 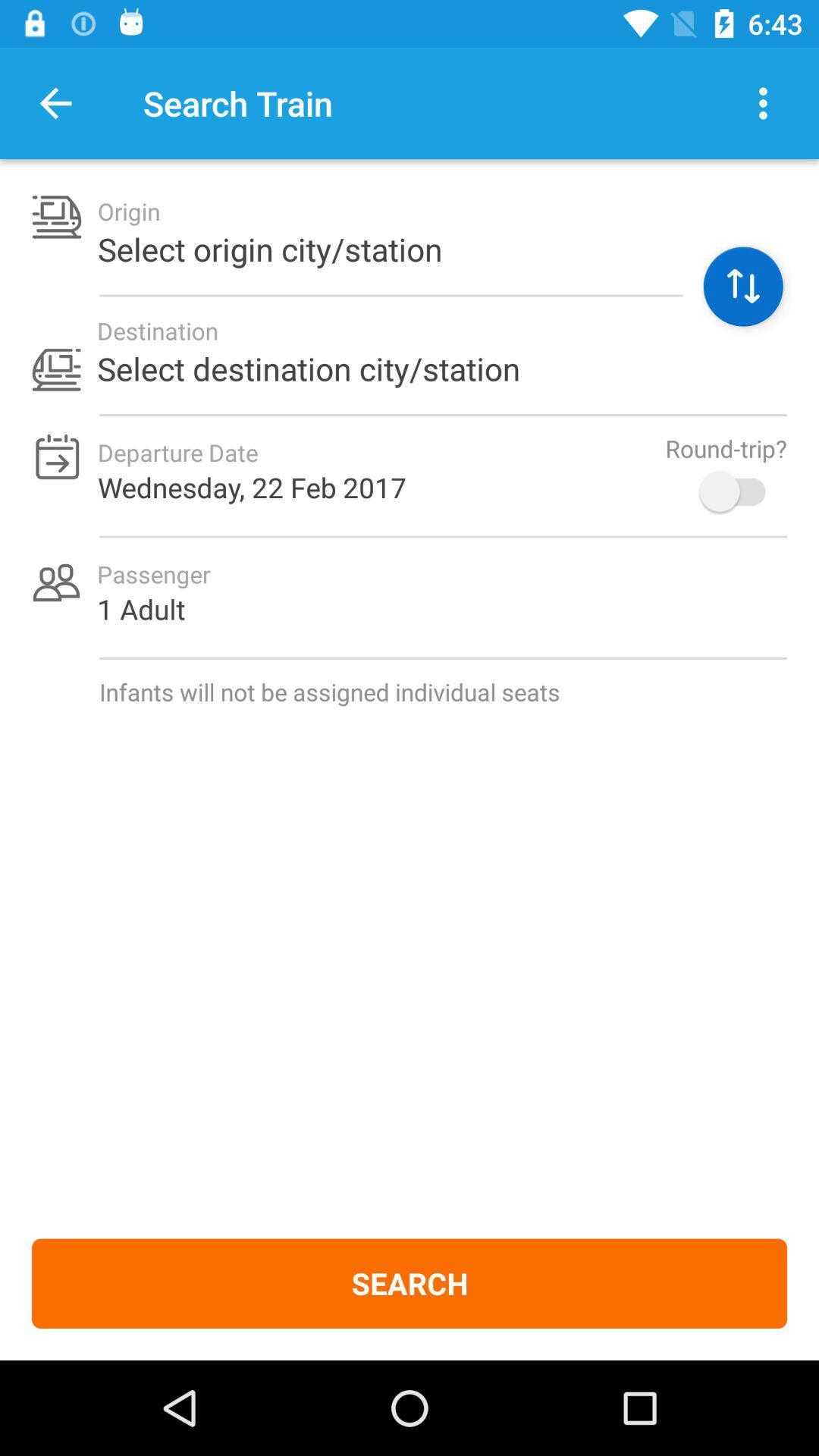 What do you see at coordinates (742, 287) in the screenshot?
I see `item to the right of select origin city` at bounding box center [742, 287].